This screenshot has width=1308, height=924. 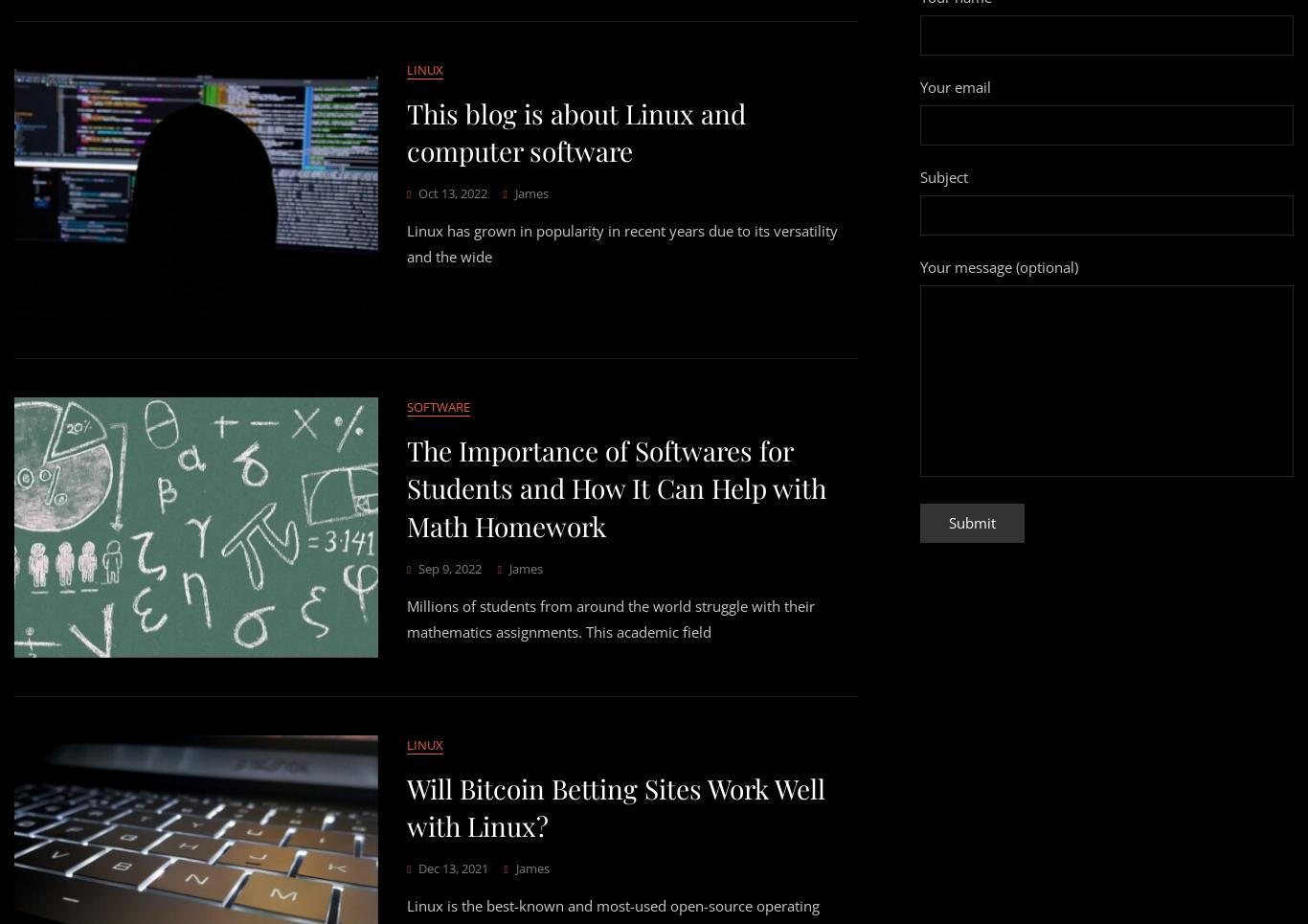 I want to click on 'Your email', so click(x=955, y=85).